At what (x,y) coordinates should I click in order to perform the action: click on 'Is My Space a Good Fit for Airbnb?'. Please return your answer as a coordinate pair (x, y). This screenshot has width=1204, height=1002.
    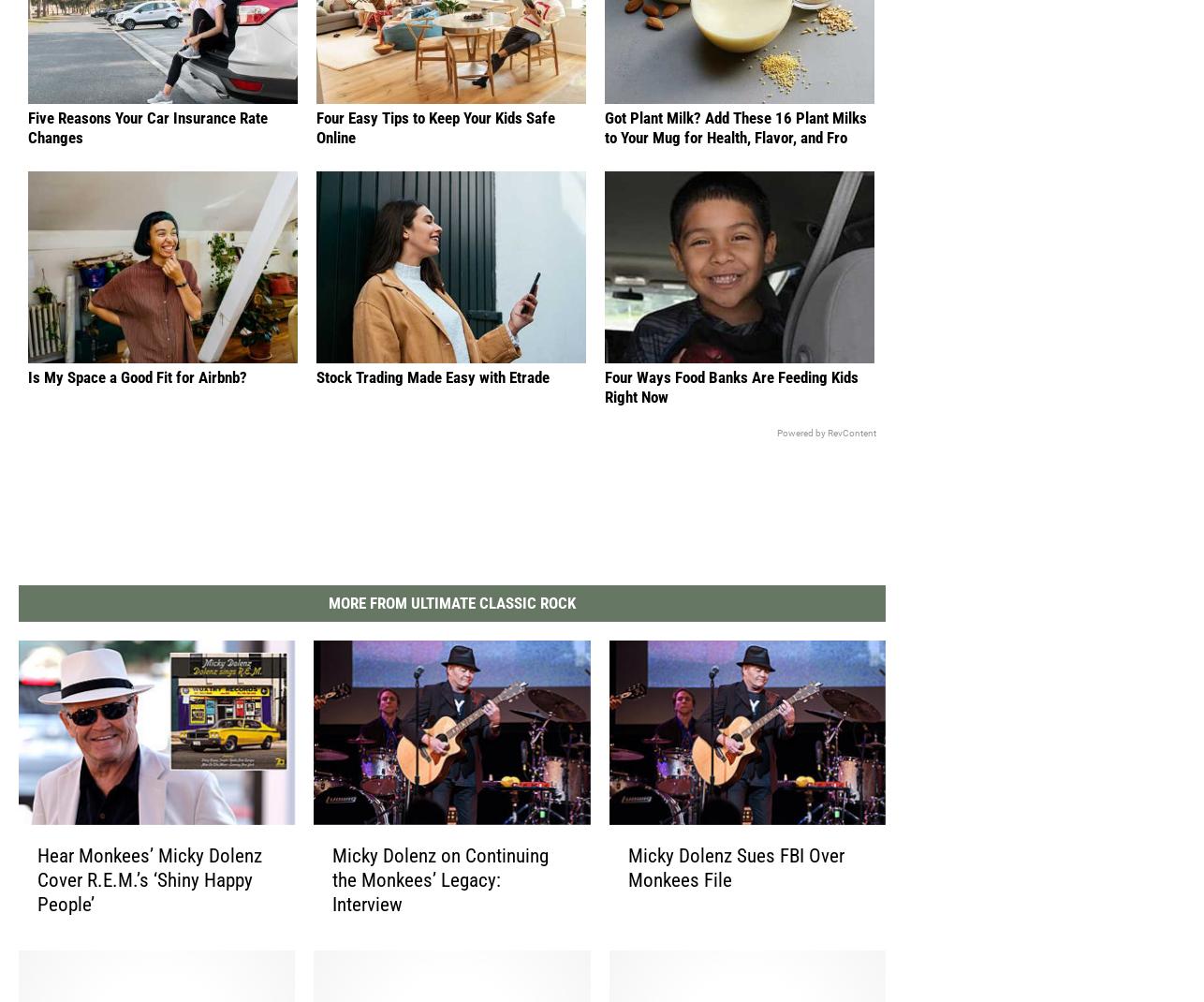
    Looking at the image, I should click on (27, 393).